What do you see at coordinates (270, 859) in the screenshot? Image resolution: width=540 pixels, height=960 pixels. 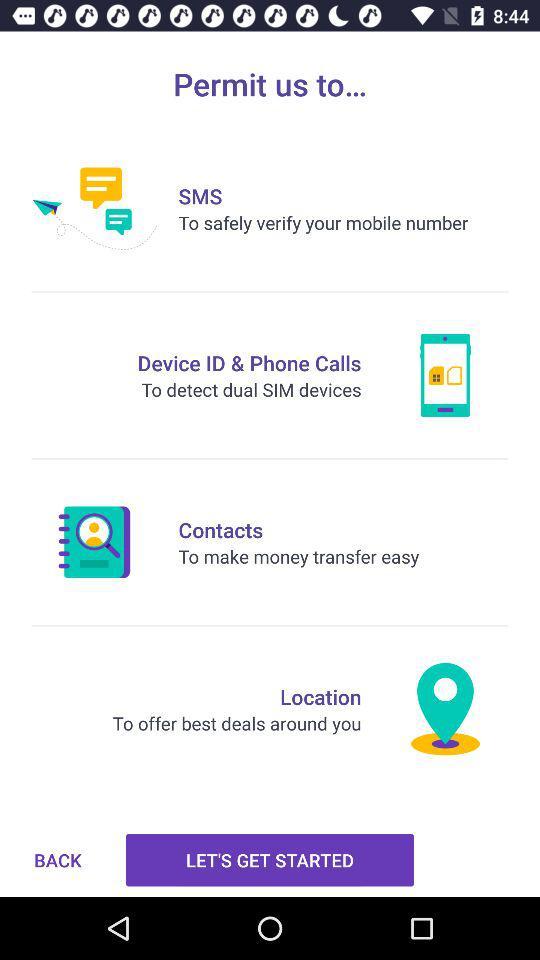 I see `icon next to the back icon` at bounding box center [270, 859].